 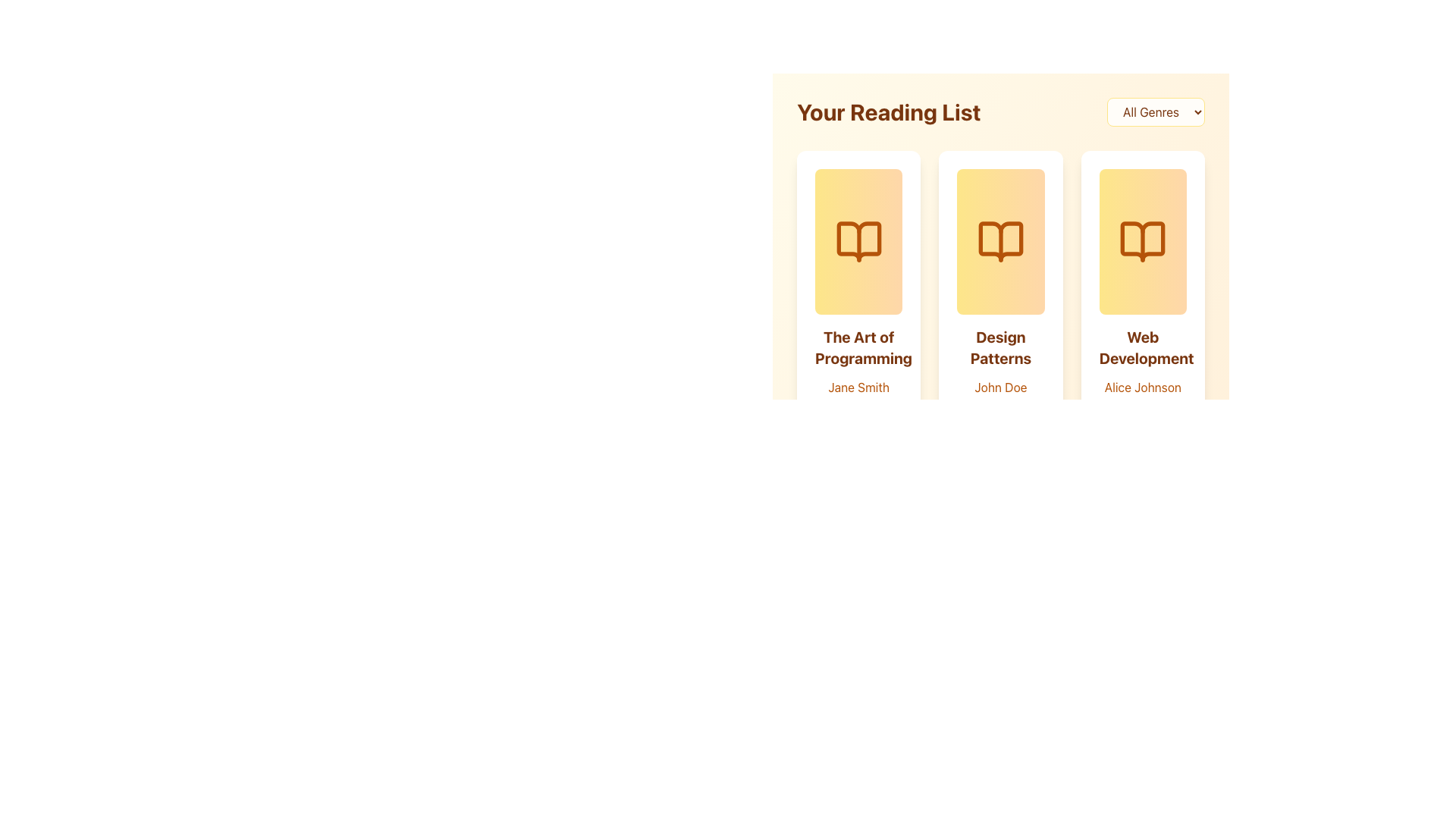 What do you see at coordinates (858, 485) in the screenshot?
I see `the bookmark button, which is the second button in a horizontal set of similar buttons located below the 'Your Reading List' section` at bounding box center [858, 485].